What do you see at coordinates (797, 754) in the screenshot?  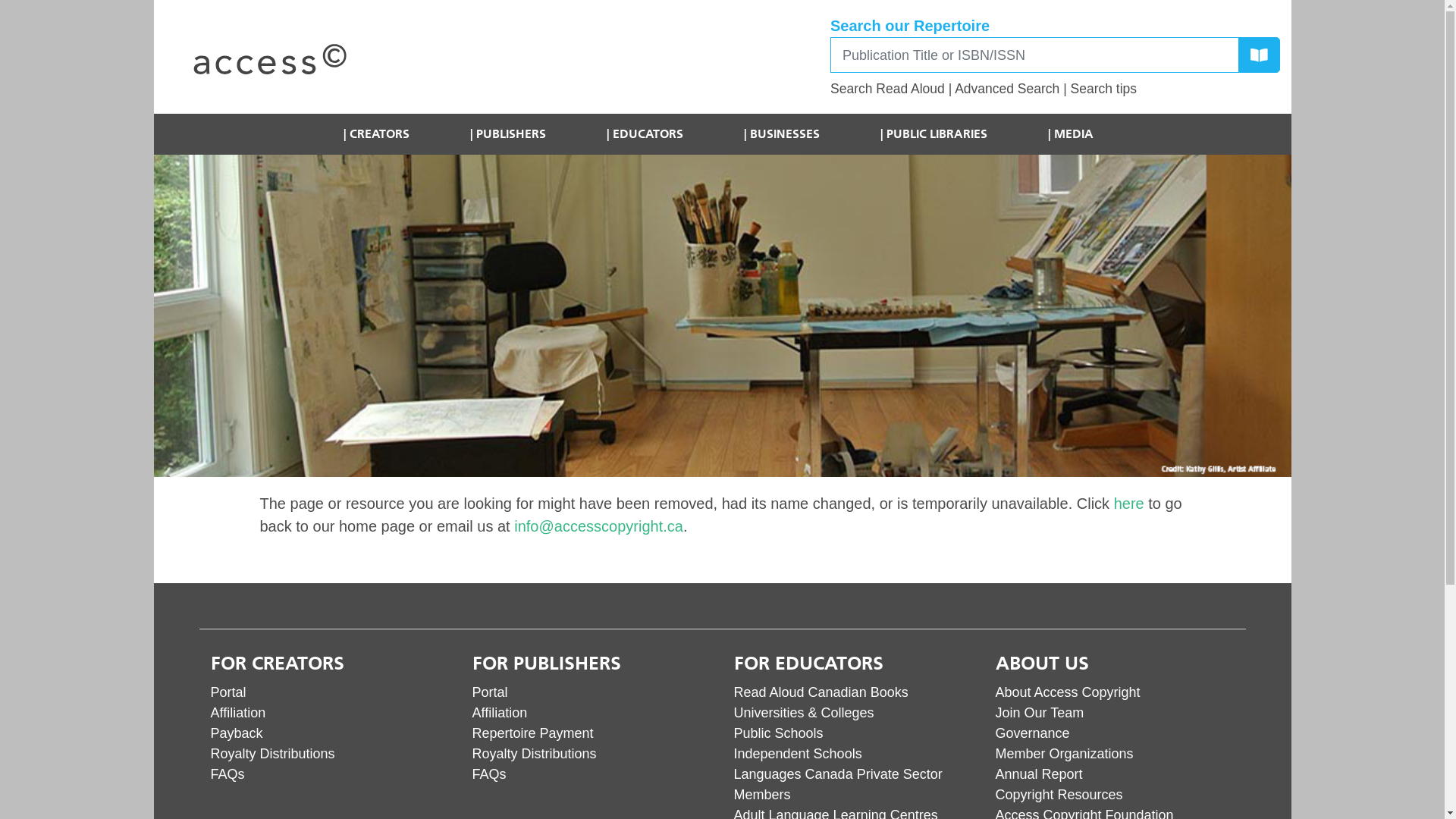 I see `'Independent Schools'` at bounding box center [797, 754].